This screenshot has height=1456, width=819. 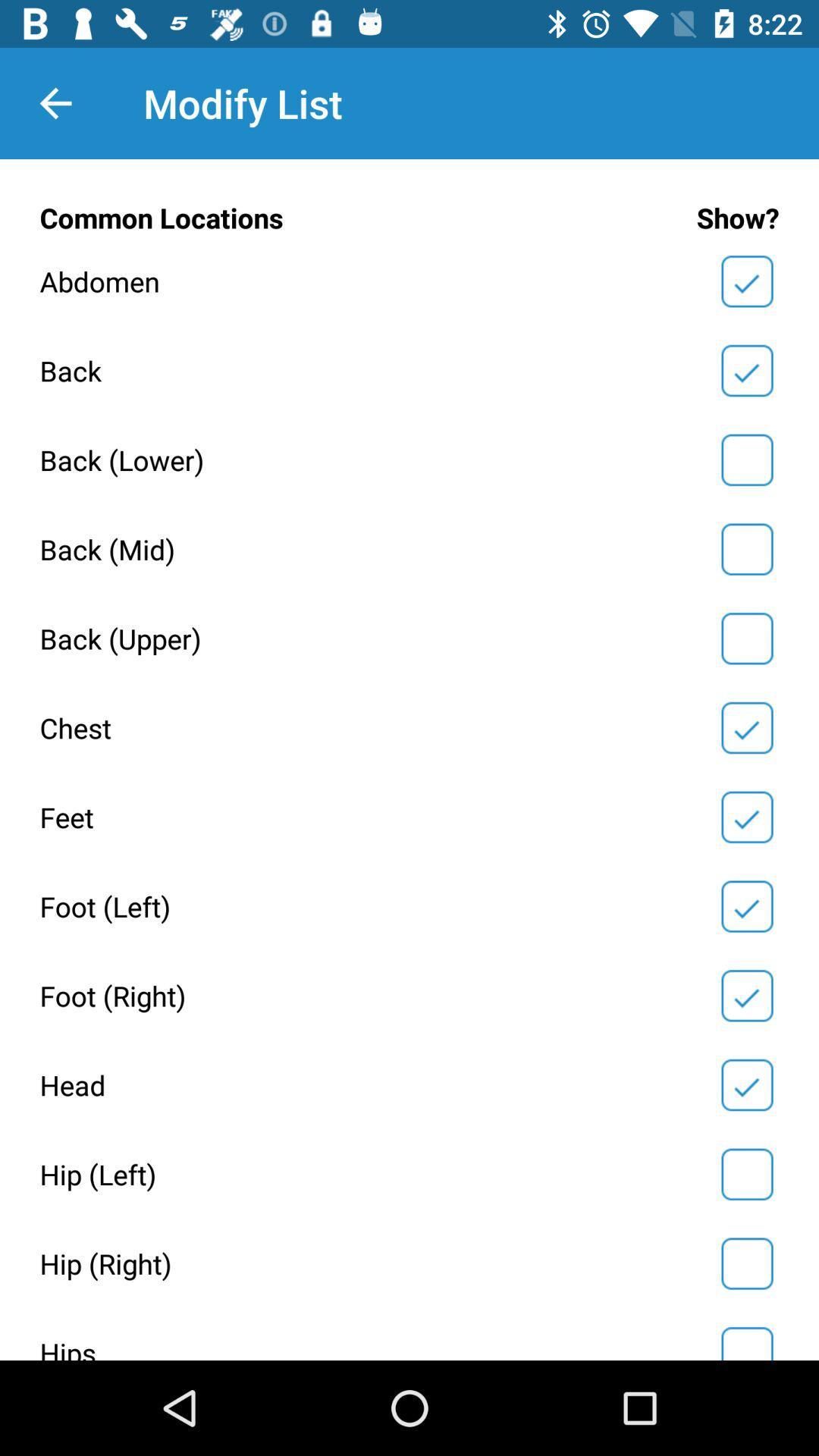 What do you see at coordinates (746, 459) in the screenshot?
I see `show option` at bounding box center [746, 459].